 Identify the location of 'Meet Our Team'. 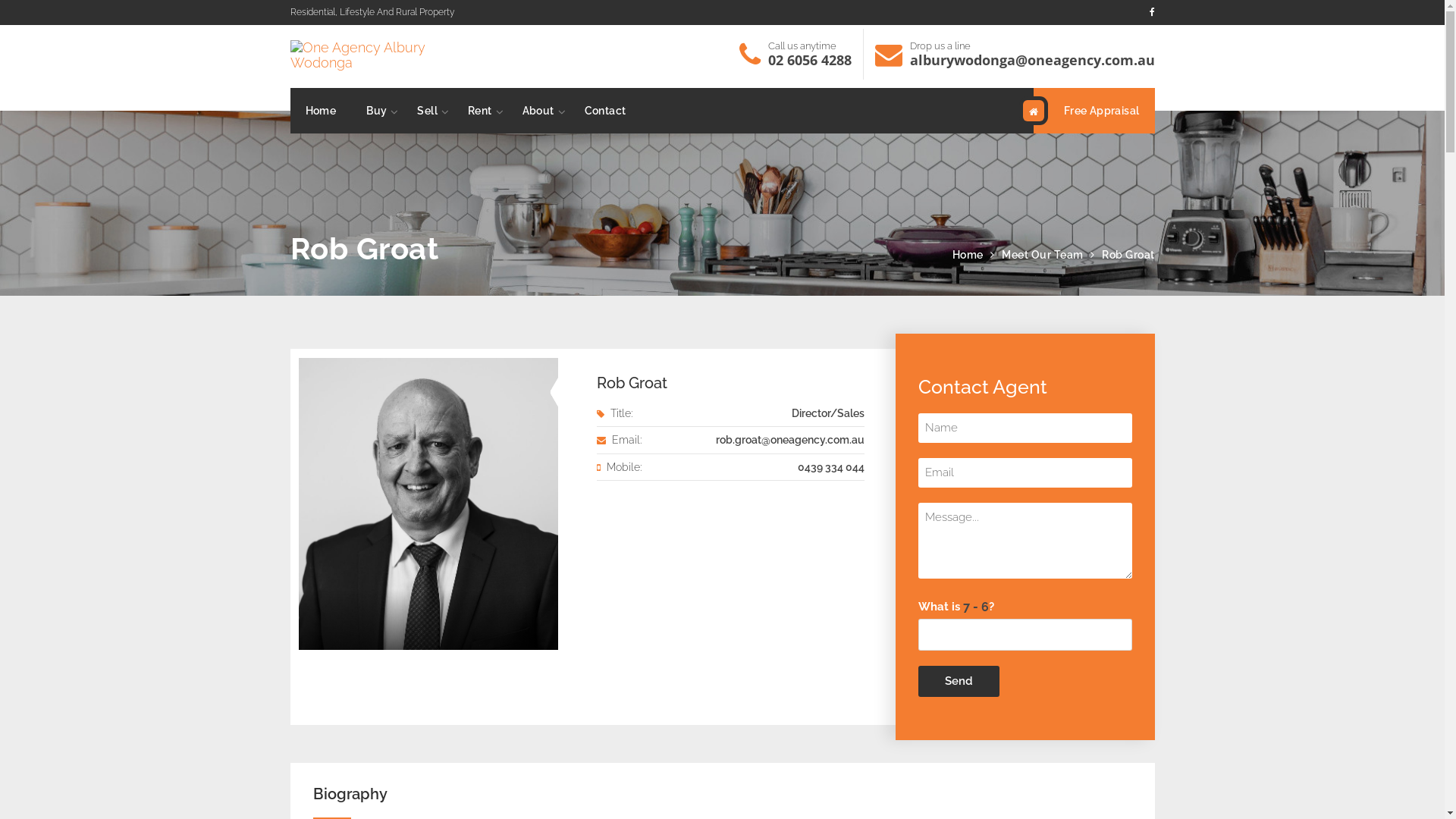
(1041, 253).